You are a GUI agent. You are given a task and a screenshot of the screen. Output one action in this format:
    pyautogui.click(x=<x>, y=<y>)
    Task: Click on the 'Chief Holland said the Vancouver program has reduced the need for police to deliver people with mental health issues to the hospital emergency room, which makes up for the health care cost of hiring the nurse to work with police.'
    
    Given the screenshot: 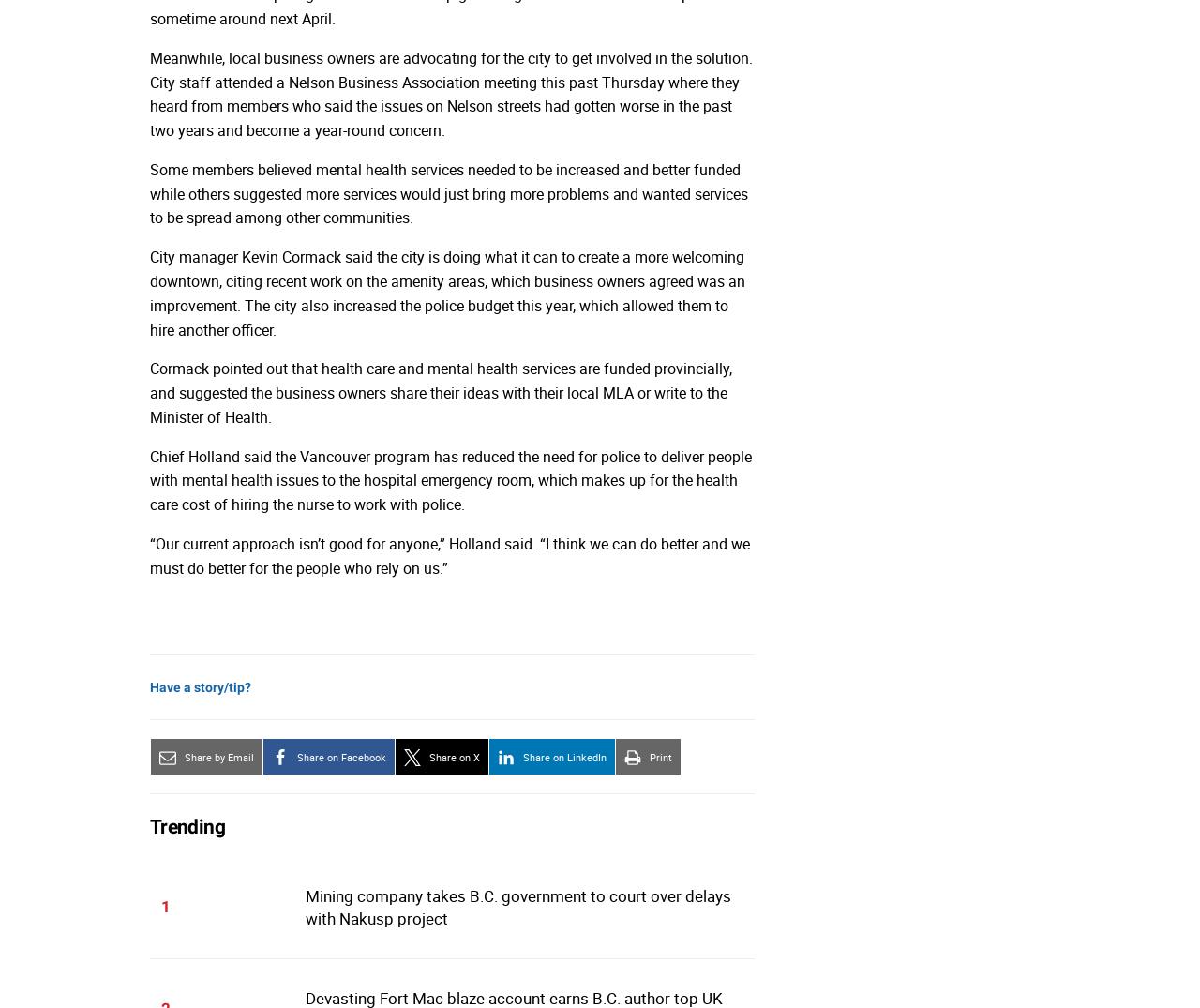 What is the action you would take?
    pyautogui.click(x=451, y=479)
    